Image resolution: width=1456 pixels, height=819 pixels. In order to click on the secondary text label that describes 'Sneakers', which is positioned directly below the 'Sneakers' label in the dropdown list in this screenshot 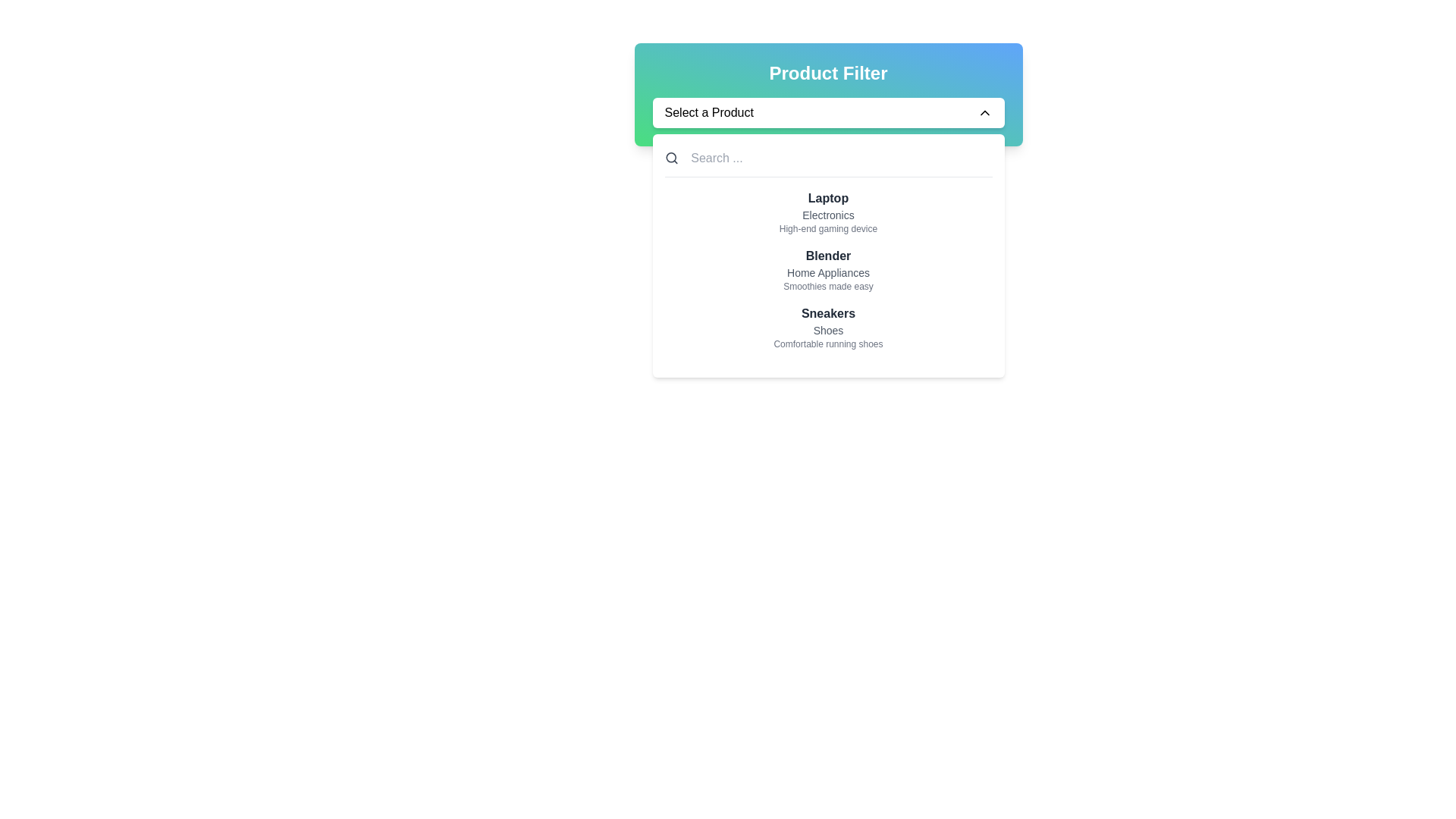, I will do `click(827, 329)`.